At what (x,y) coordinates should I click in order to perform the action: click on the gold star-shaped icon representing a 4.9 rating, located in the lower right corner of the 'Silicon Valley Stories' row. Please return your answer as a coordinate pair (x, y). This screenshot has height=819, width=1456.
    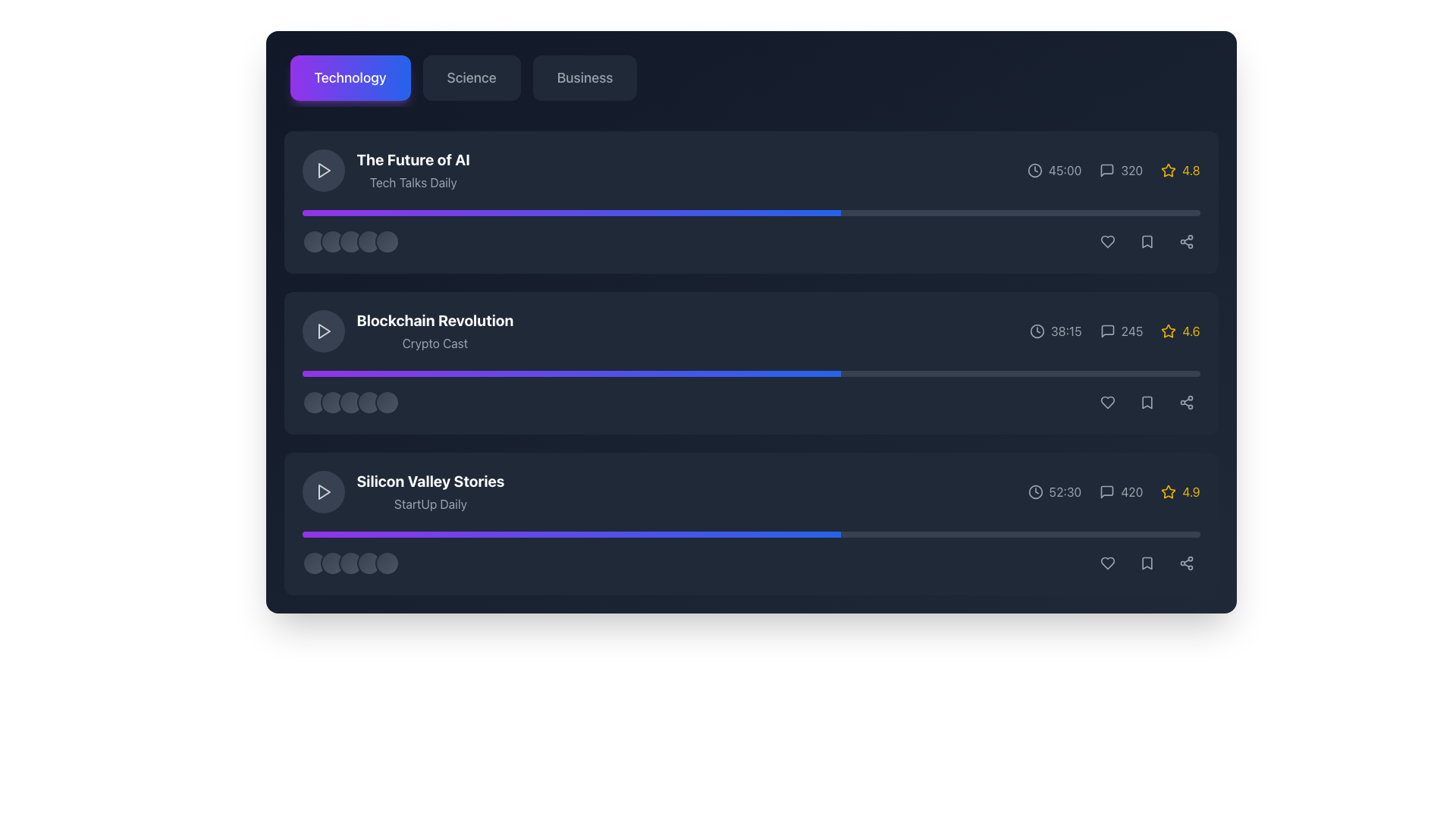
    Looking at the image, I should click on (1168, 491).